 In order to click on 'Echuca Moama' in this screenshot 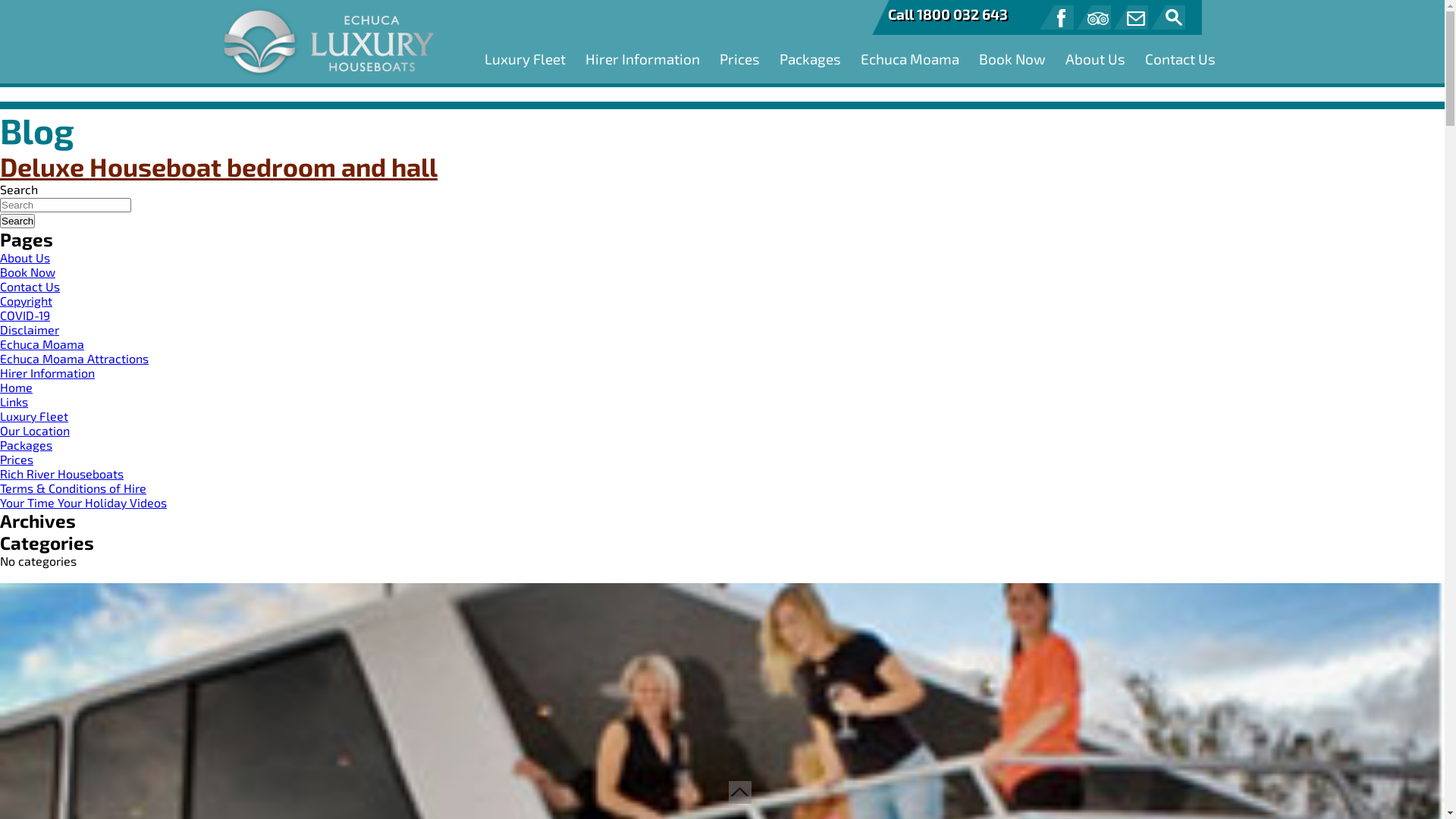, I will do `click(846, 58)`.